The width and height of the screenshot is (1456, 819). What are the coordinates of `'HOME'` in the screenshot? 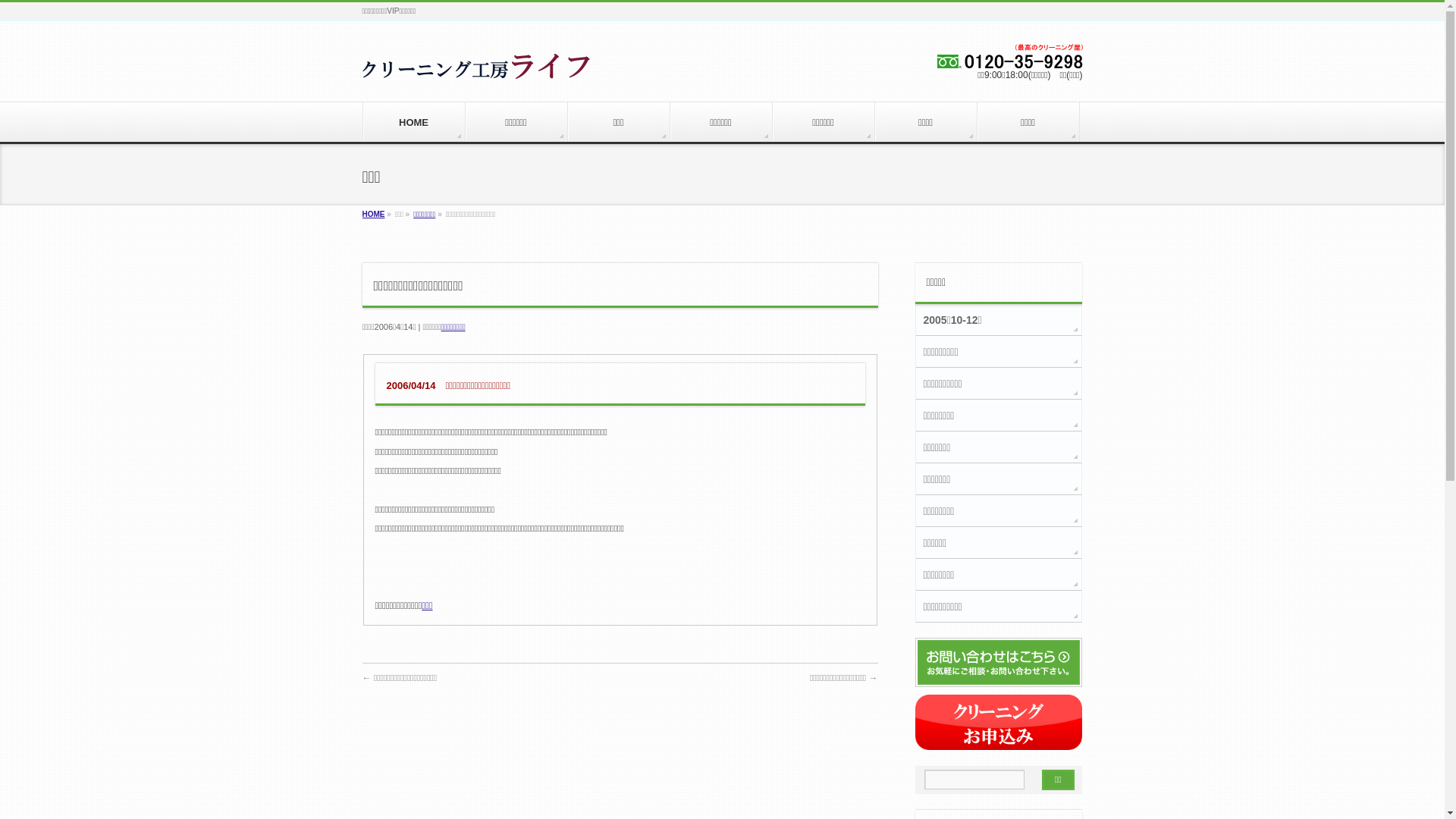 It's located at (374, 214).